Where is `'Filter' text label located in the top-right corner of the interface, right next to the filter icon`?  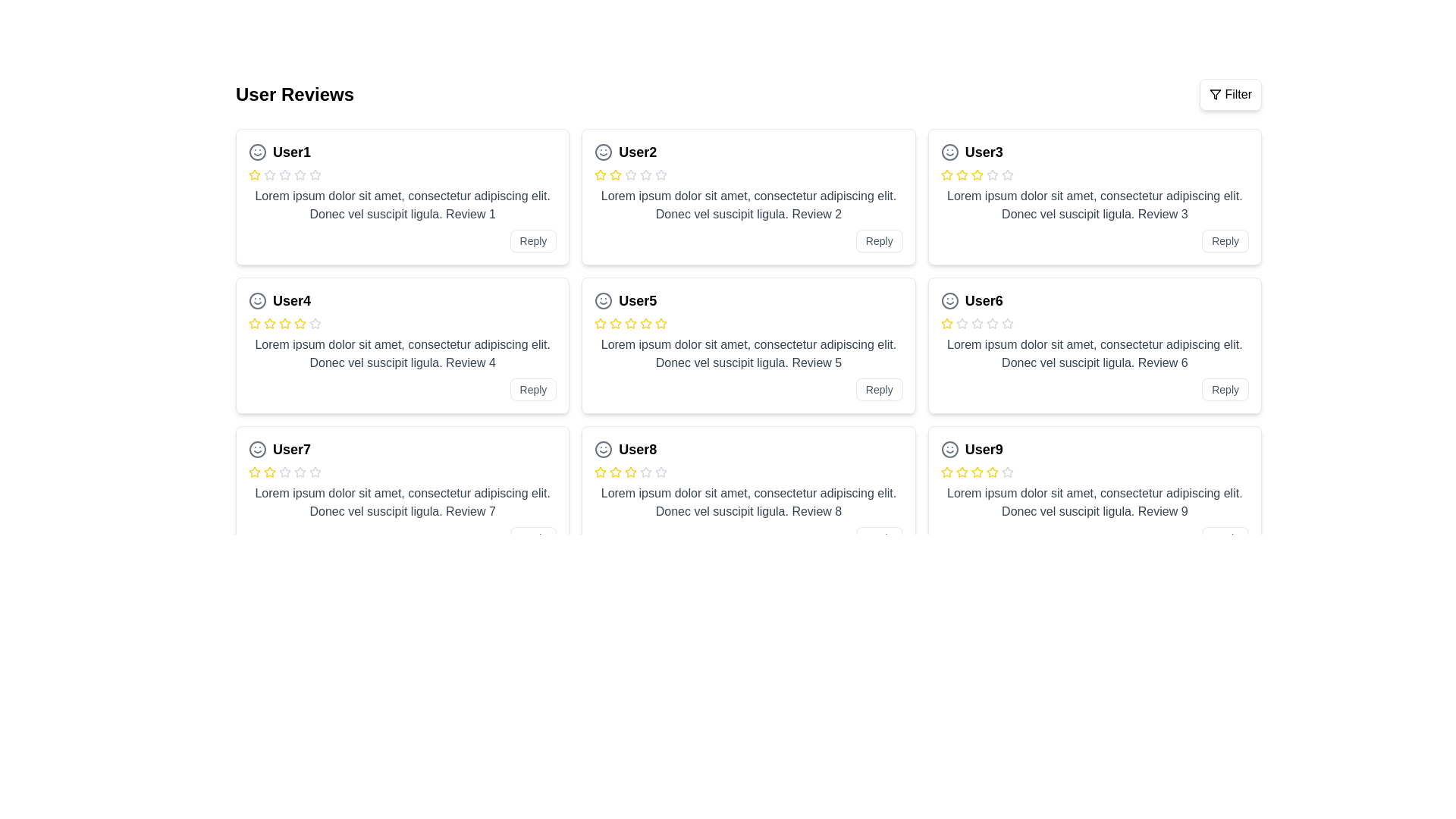 'Filter' text label located in the top-right corner of the interface, right next to the filter icon is located at coordinates (1238, 94).